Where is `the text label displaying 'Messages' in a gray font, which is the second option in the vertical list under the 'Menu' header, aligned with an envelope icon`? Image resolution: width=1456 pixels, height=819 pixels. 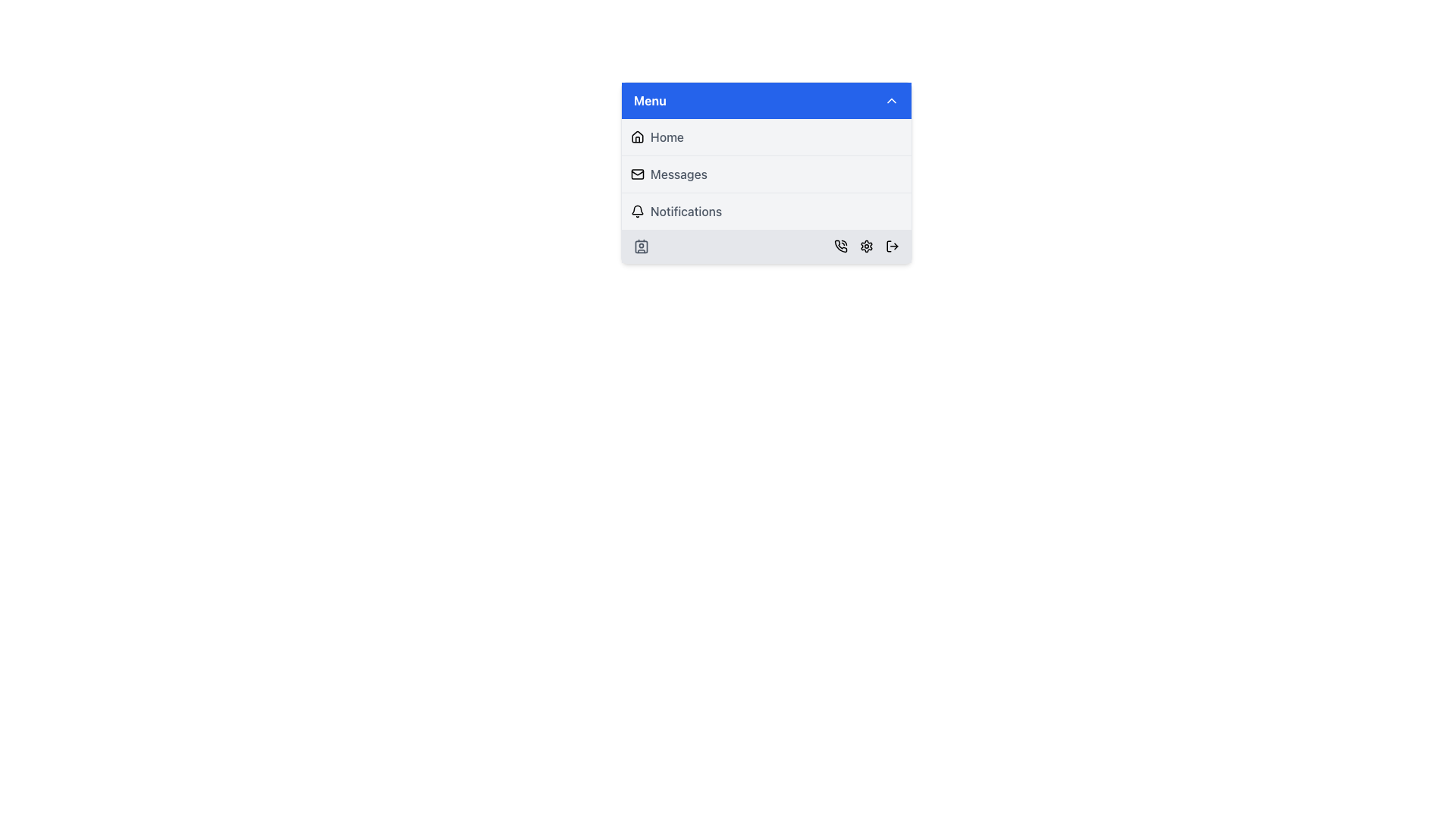
the text label displaying 'Messages' in a gray font, which is the second option in the vertical list under the 'Menu' header, aligned with an envelope icon is located at coordinates (678, 174).